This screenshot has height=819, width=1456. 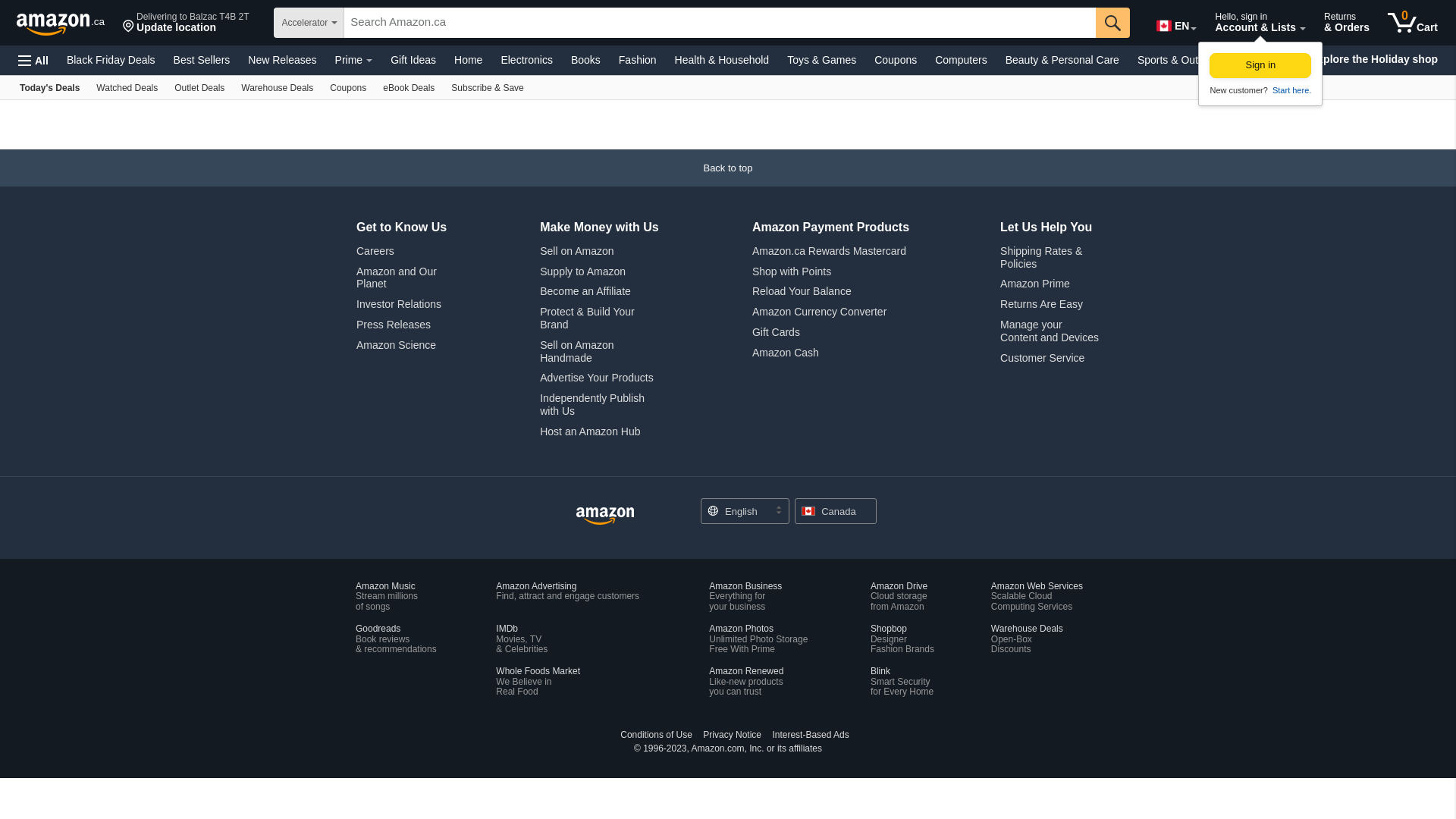 I want to click on 'Returns Are Easy', so click(x=1040, y=304).